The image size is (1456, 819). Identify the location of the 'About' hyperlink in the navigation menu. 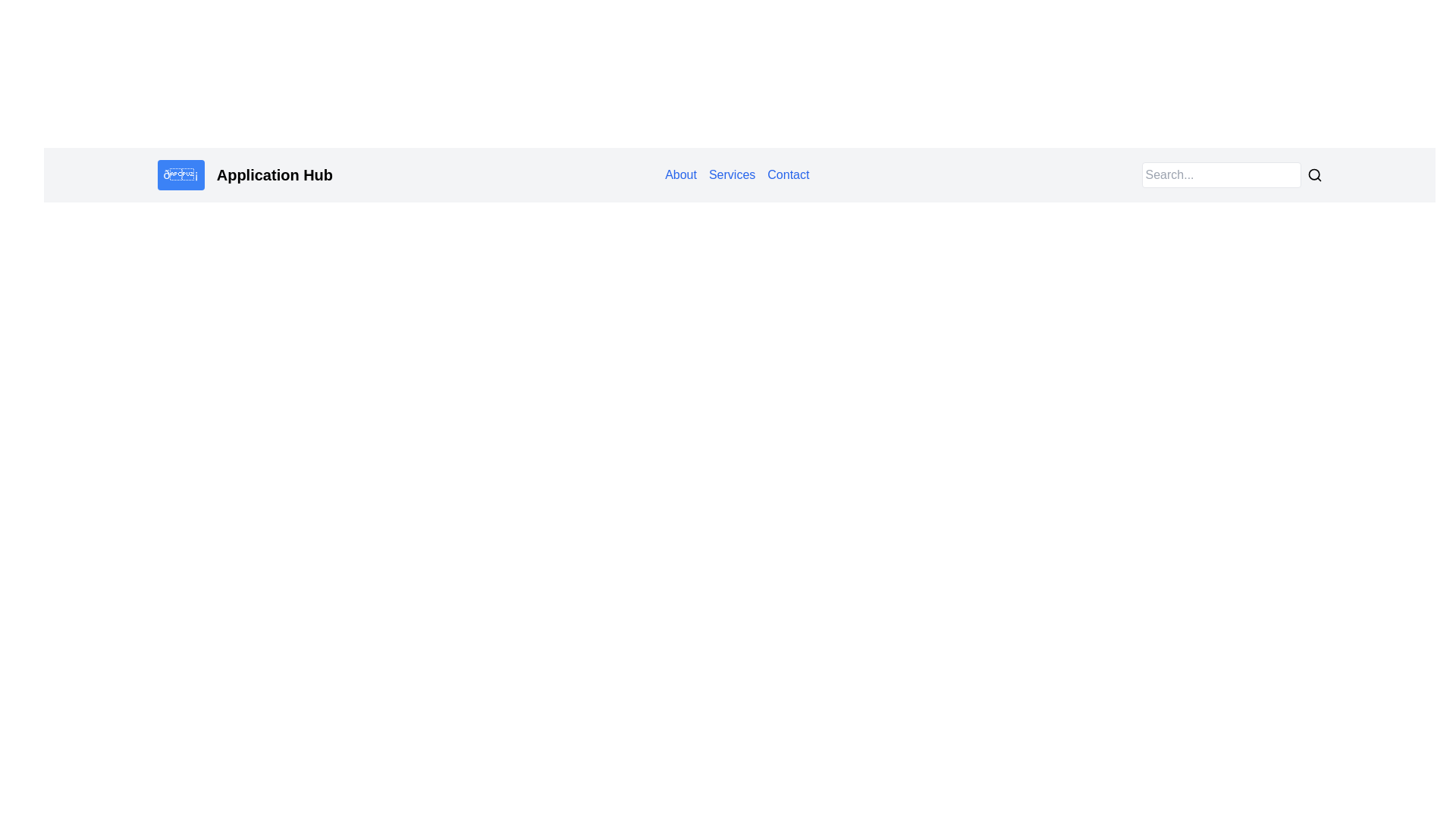
(679, 174).